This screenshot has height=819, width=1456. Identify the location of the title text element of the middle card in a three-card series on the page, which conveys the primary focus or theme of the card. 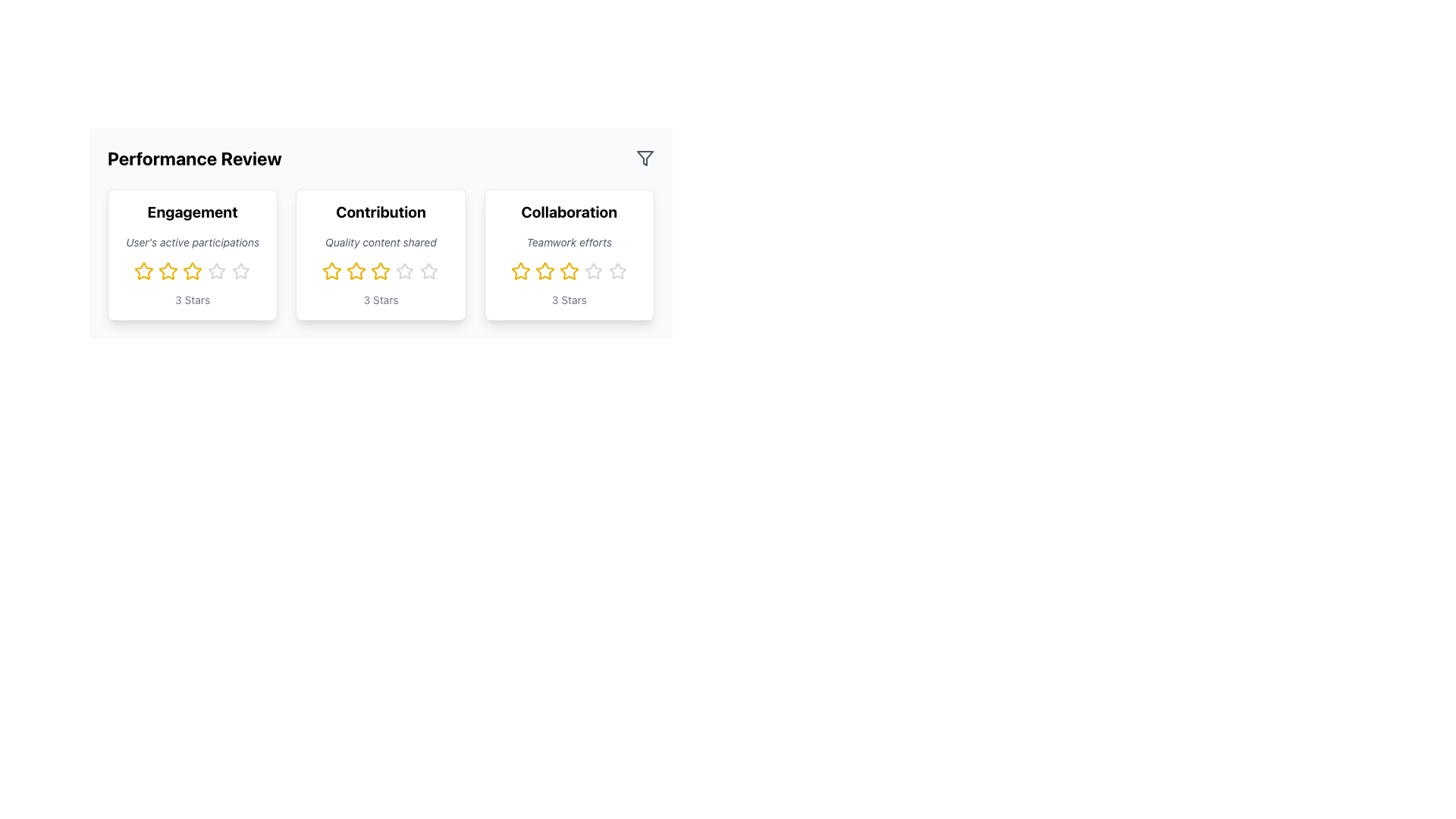
(381, 212).